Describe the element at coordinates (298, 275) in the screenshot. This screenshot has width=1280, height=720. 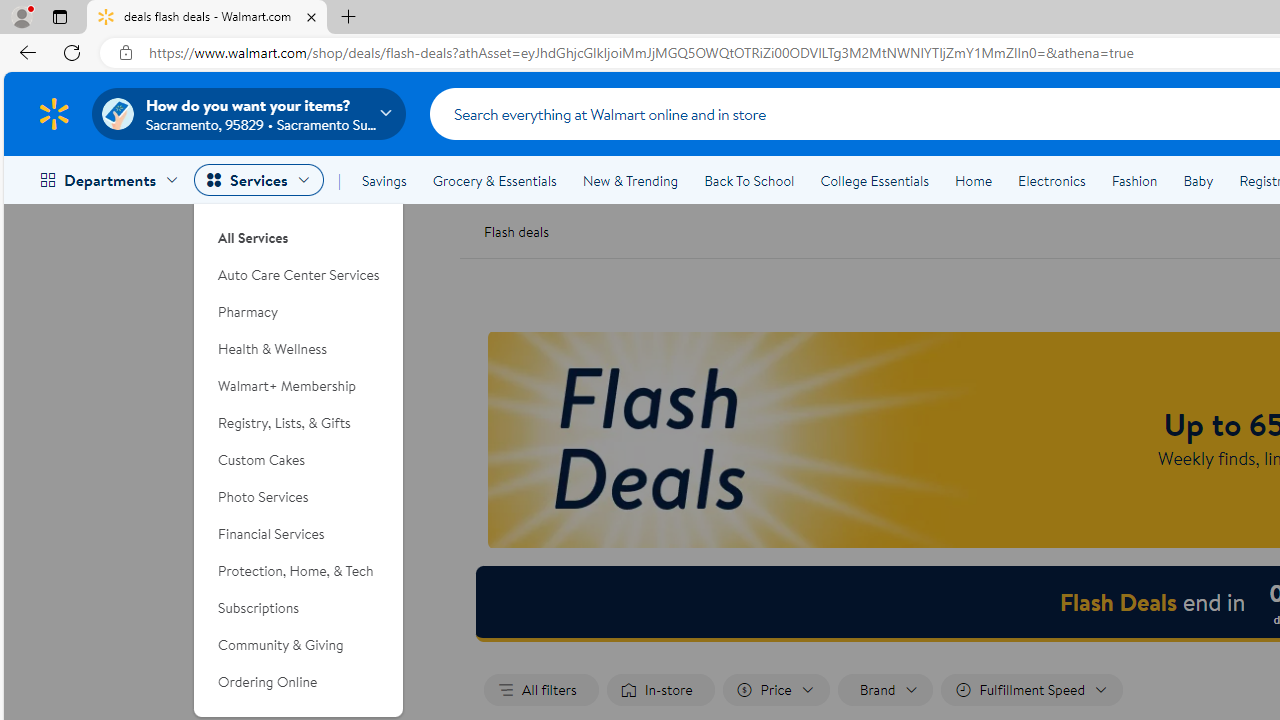
I see `'Auto Care Center Services'` at that location.